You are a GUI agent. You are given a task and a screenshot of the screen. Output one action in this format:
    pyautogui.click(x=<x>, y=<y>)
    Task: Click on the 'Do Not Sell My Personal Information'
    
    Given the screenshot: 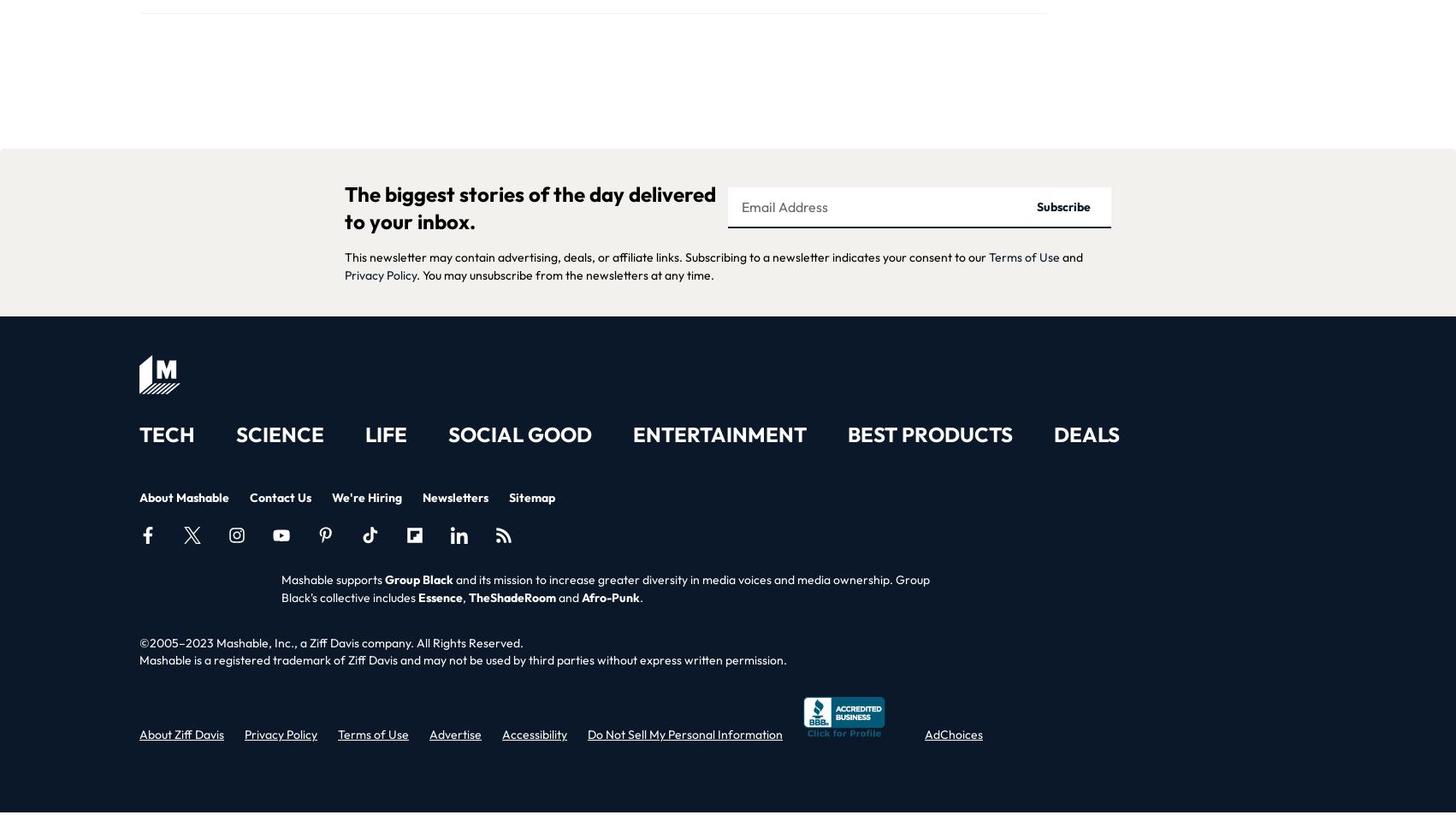 What is the action you would take?
    pyautogui.click(x=684, y=735)
    